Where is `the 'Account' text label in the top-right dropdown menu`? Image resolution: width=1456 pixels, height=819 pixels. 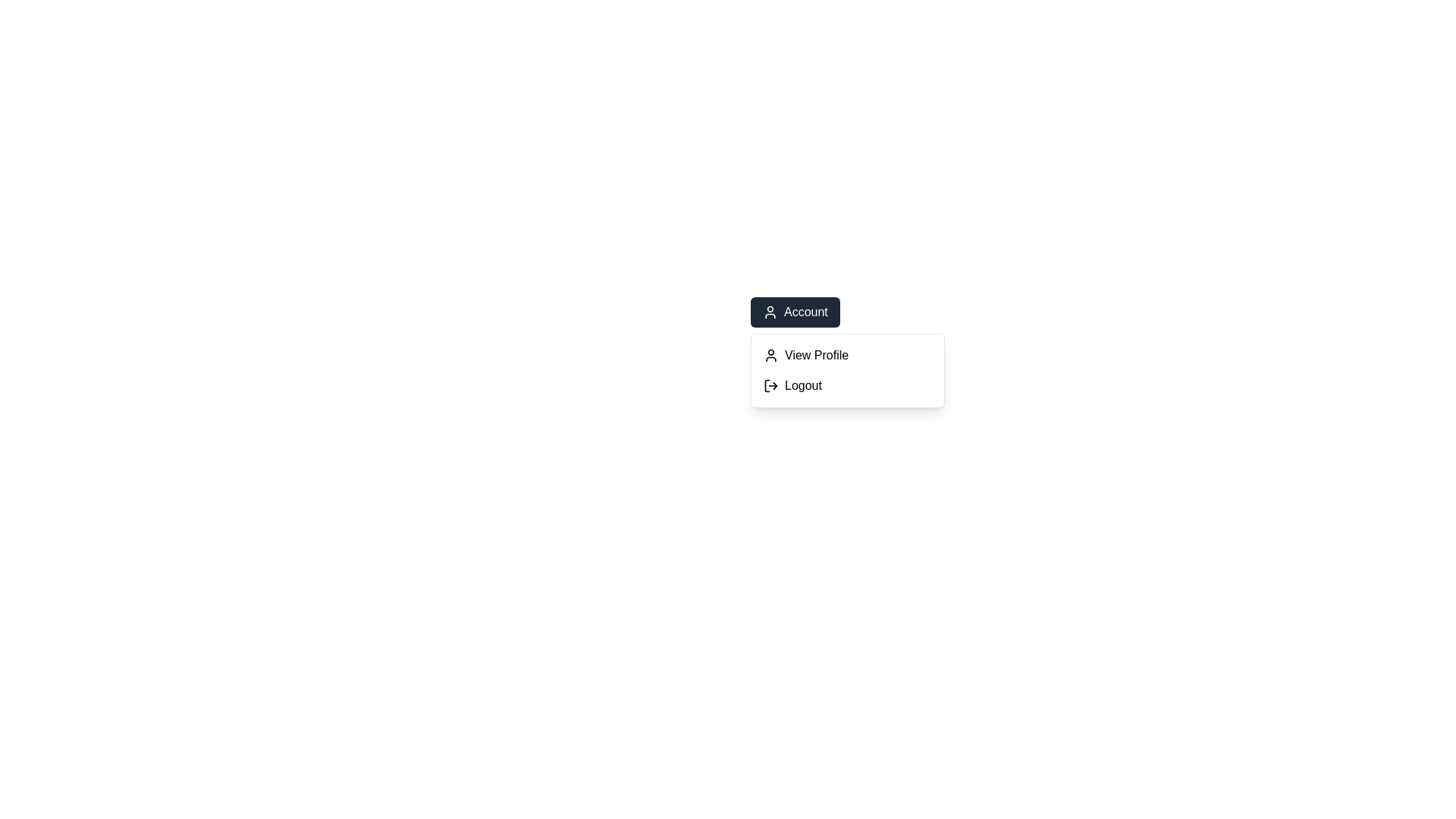 the 'Account' text label in the top-right dropdown menu is located at coordinates (805, 312).